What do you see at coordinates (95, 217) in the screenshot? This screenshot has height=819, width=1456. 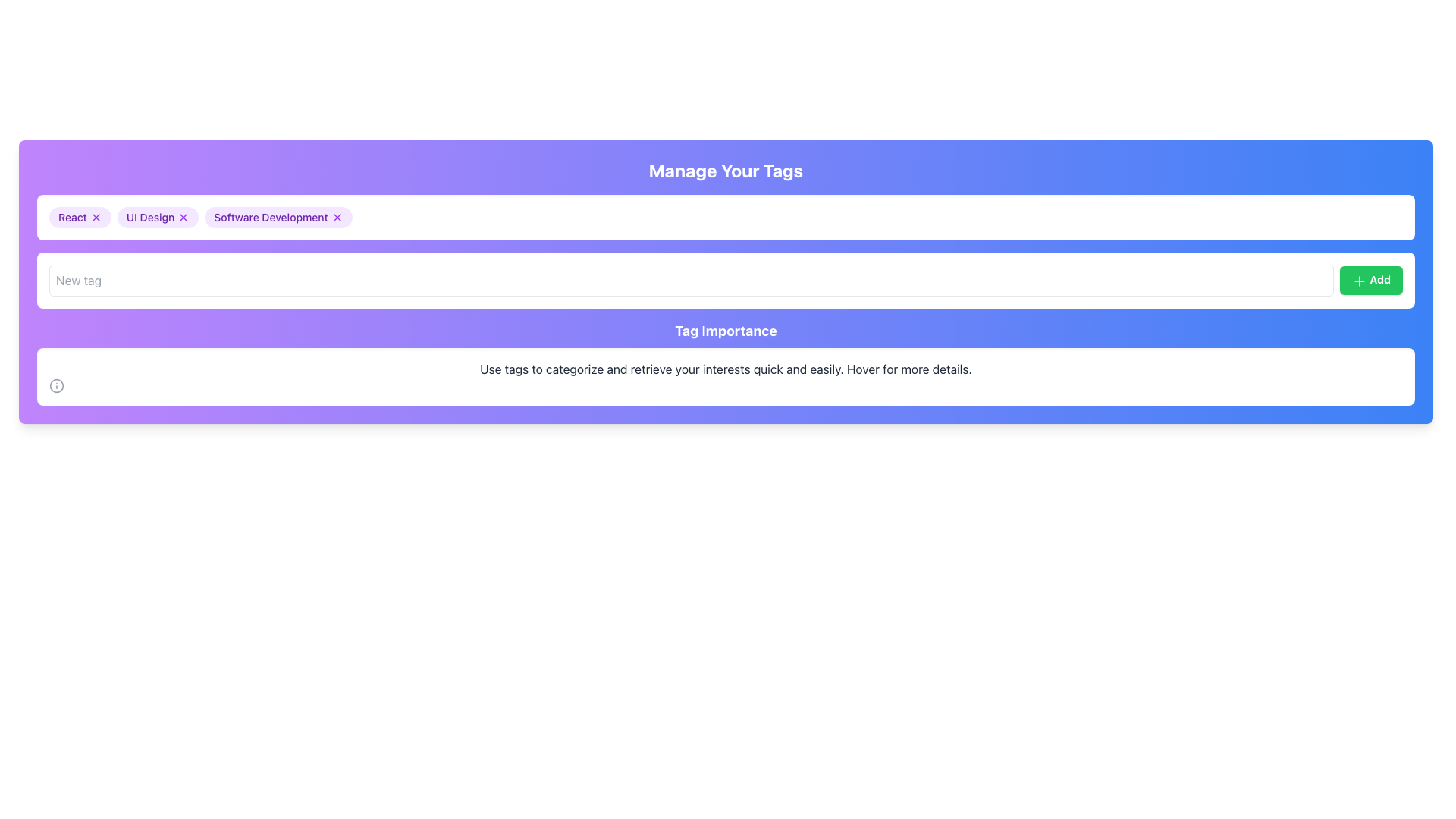 I see `the small interactive close button located to the far right of the 'React' tag` at bounding box center [95, 217].